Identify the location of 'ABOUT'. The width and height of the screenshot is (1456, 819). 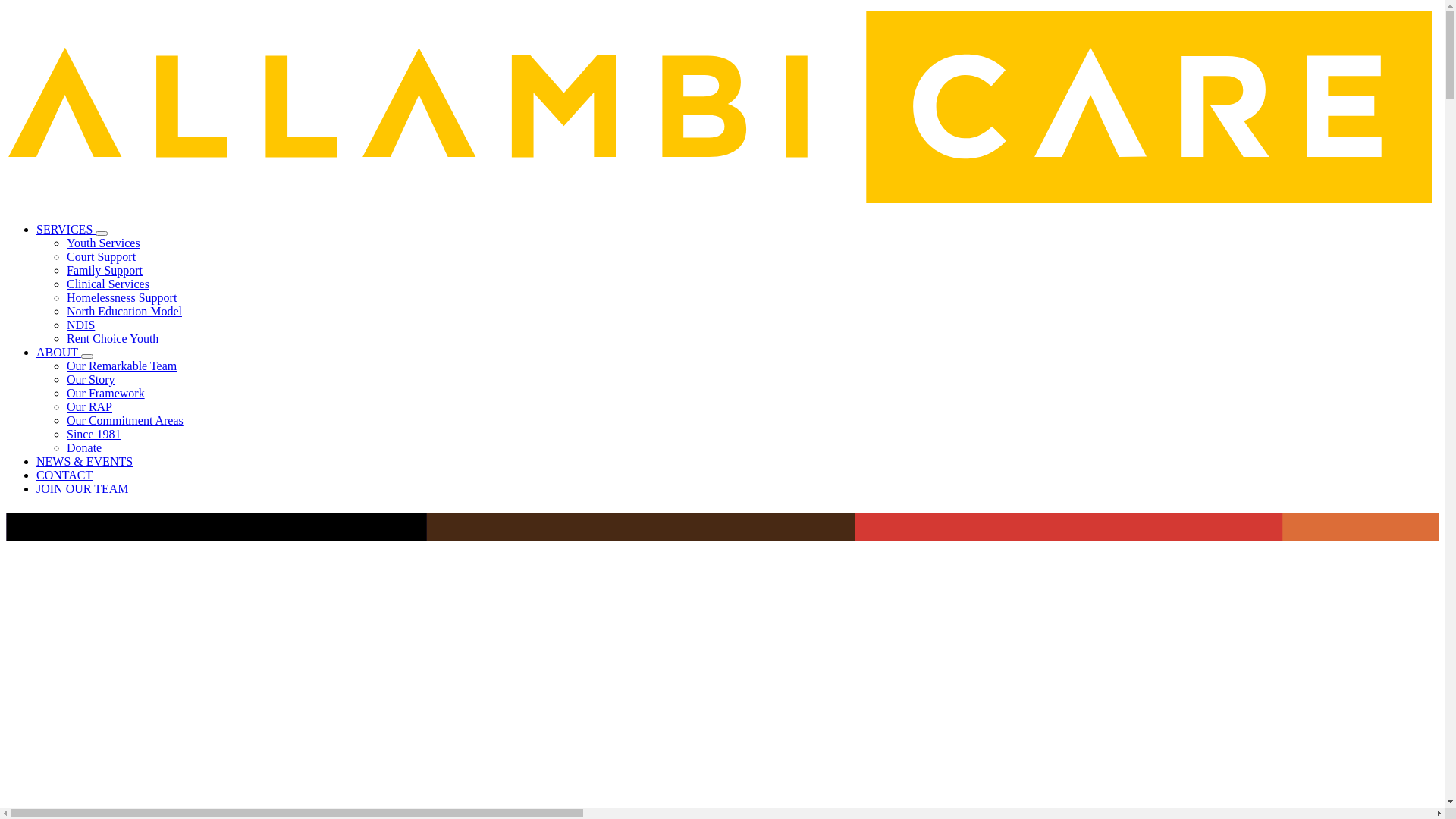
(58, 352).